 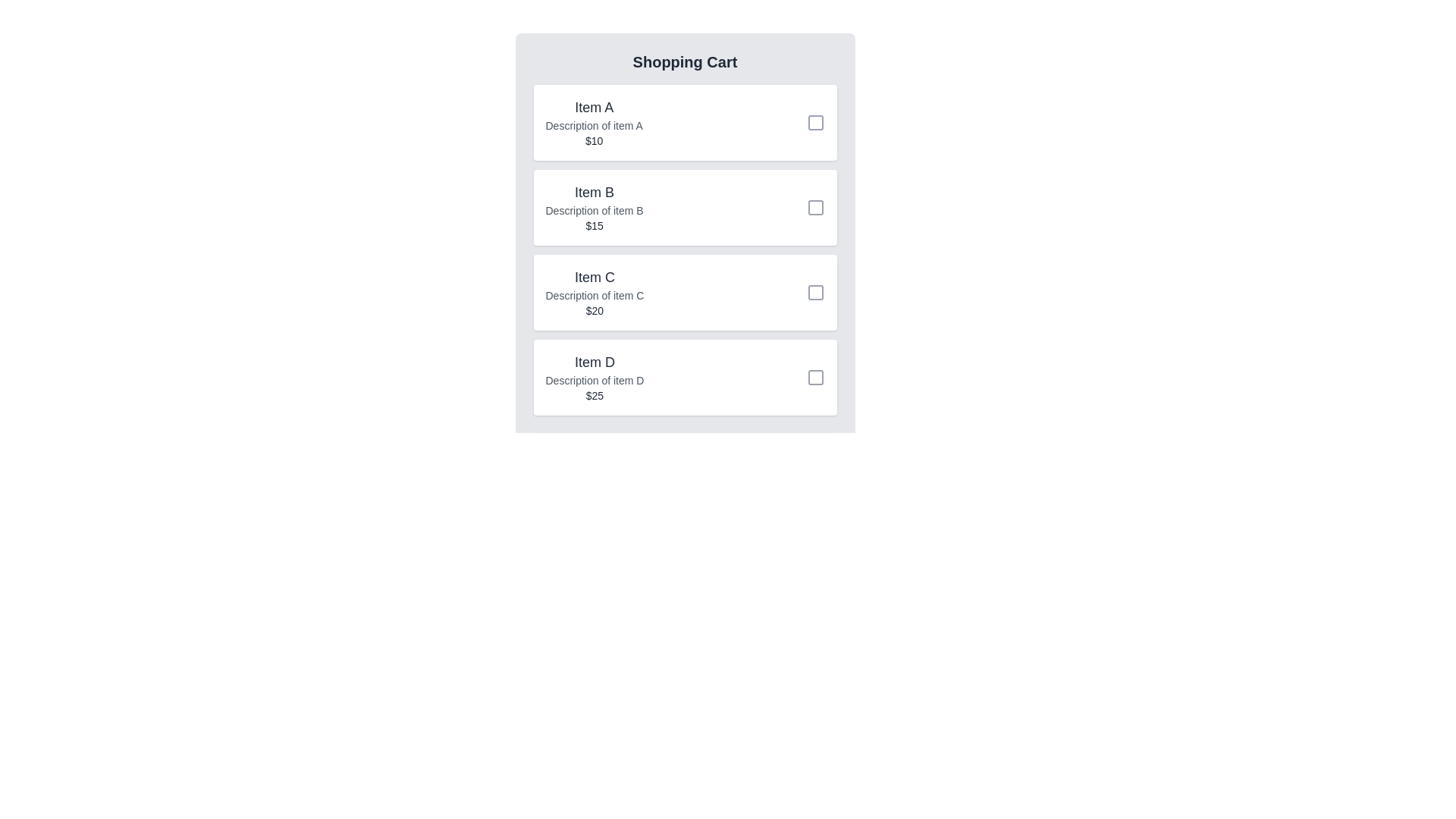 I want to click on the Text block displaying product information in the shopping cart, which is the third item in the list under the 'Shopping Cart' header, so click(x=594, y=292).